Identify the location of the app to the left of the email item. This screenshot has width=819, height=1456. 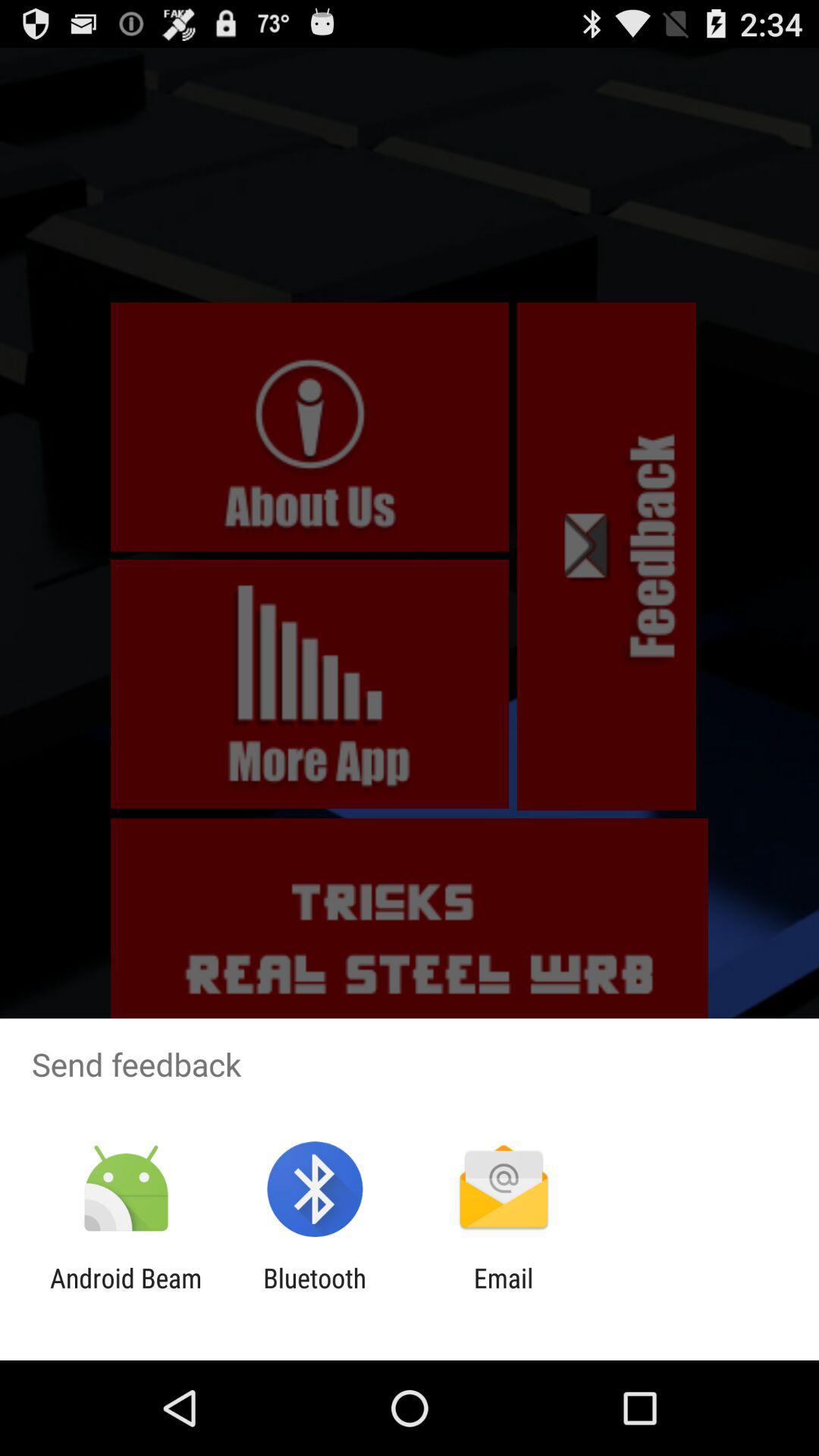
(314, 1293).